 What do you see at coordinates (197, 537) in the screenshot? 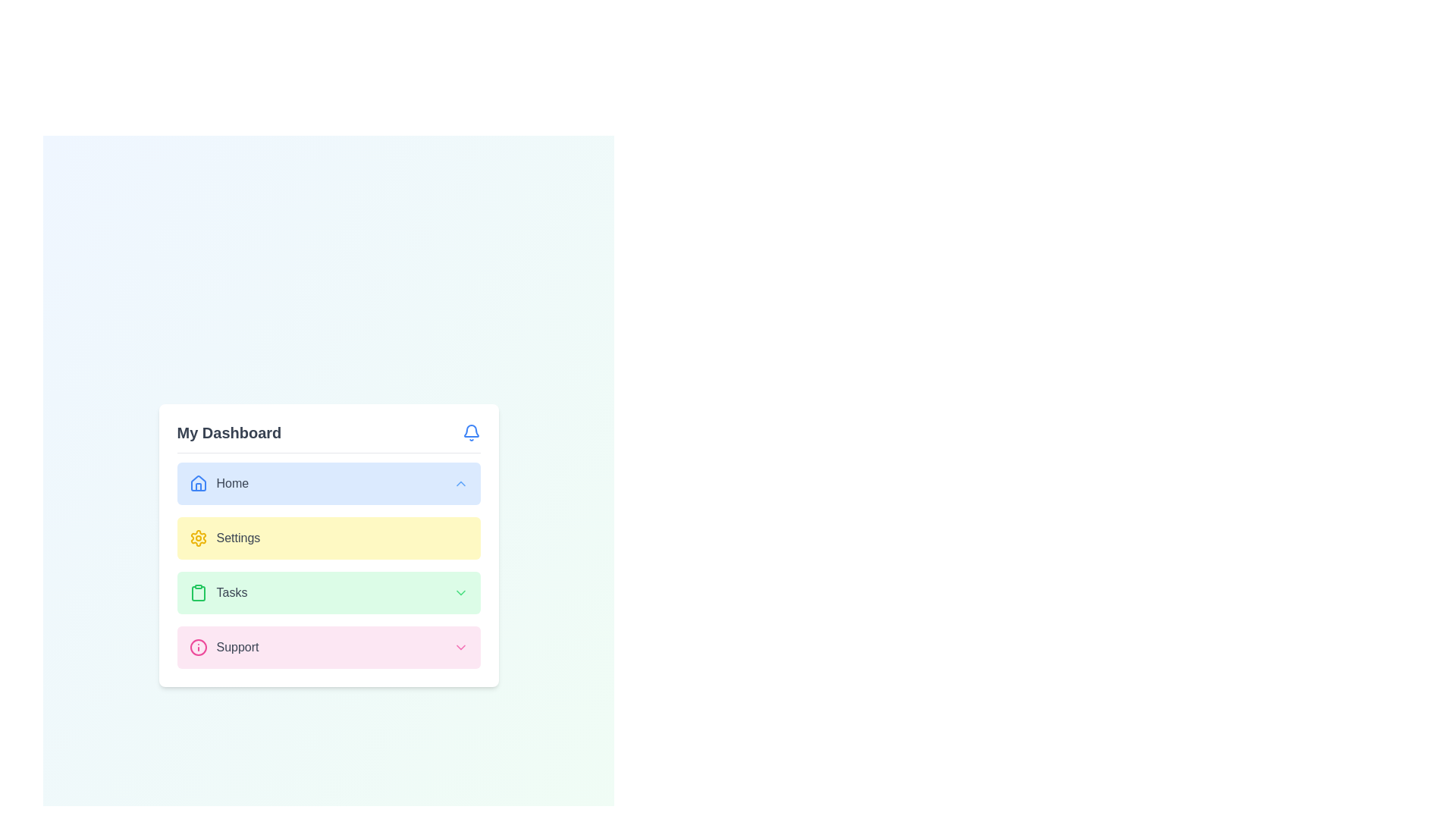
I see `the yellow gear icon representing settings in the dashboard interface` at bounding box center [197, 537].